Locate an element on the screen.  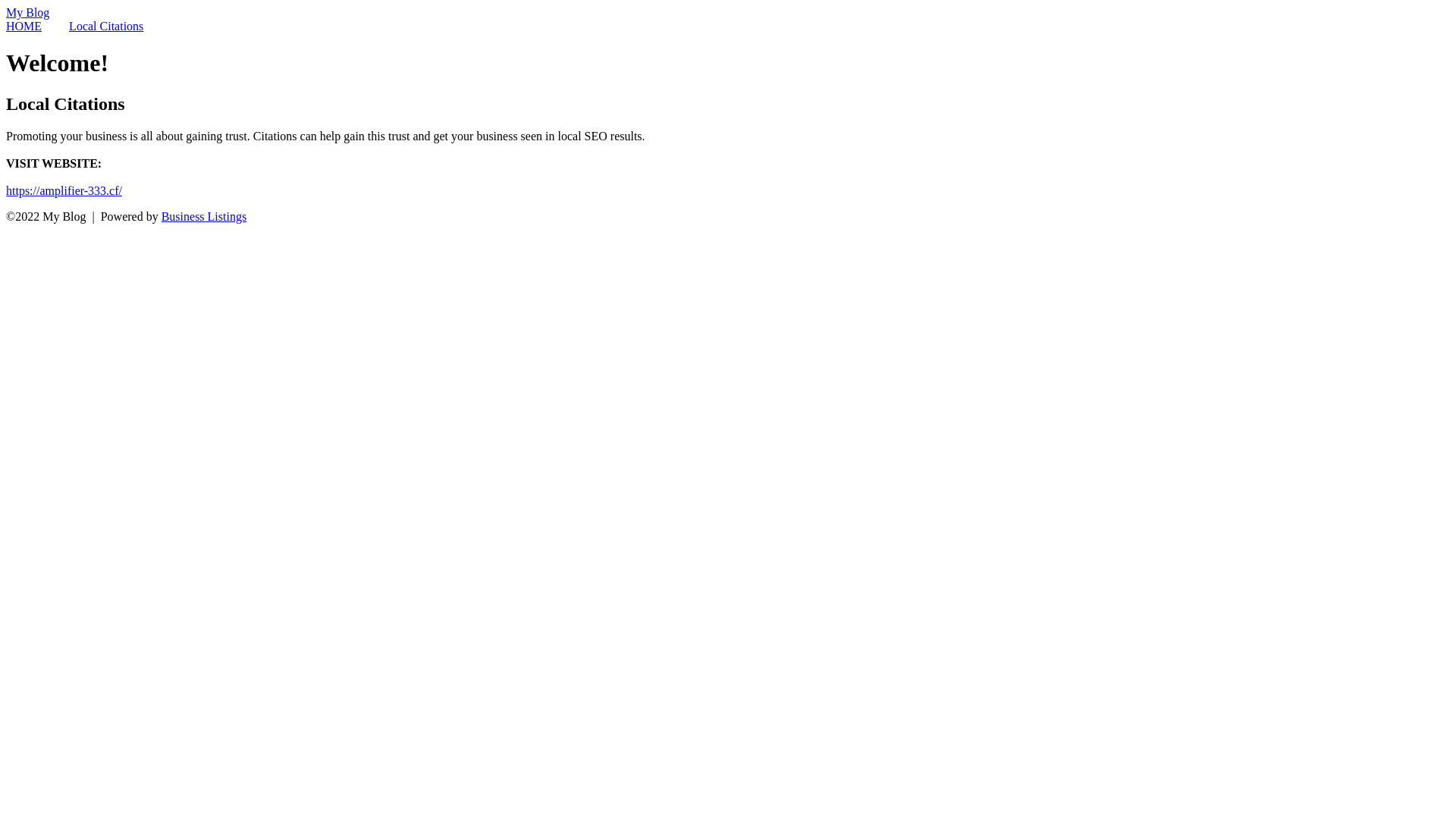
'https://amplifier-333.cf/' is located at coordinates (63, 190).